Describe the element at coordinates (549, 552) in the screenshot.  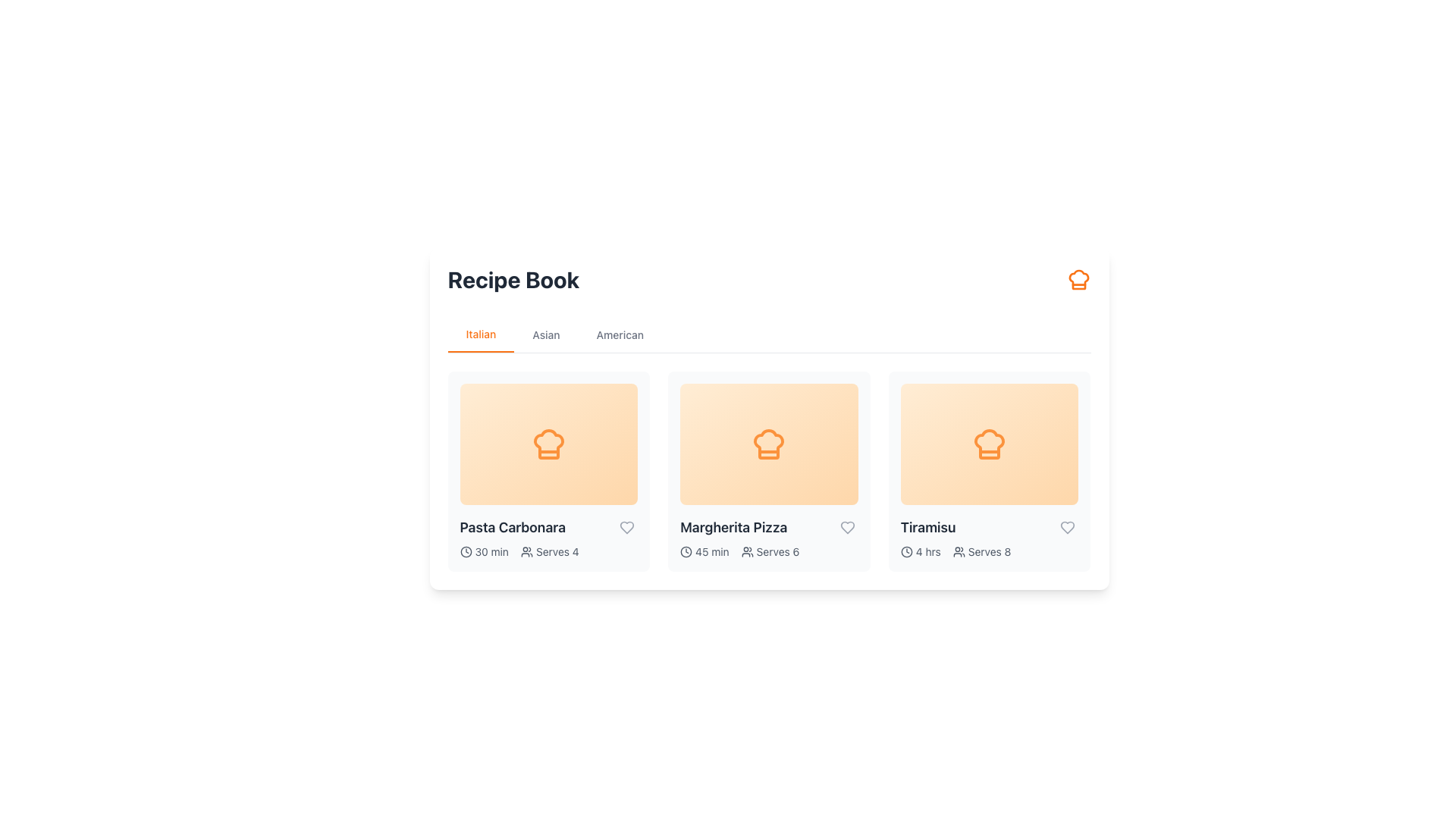
I see `informational label displaying the serving size for the recipe 'Pasta Carbonara', which is centrally located beneath the title and indicates the number of people the dish can serve` at that location.